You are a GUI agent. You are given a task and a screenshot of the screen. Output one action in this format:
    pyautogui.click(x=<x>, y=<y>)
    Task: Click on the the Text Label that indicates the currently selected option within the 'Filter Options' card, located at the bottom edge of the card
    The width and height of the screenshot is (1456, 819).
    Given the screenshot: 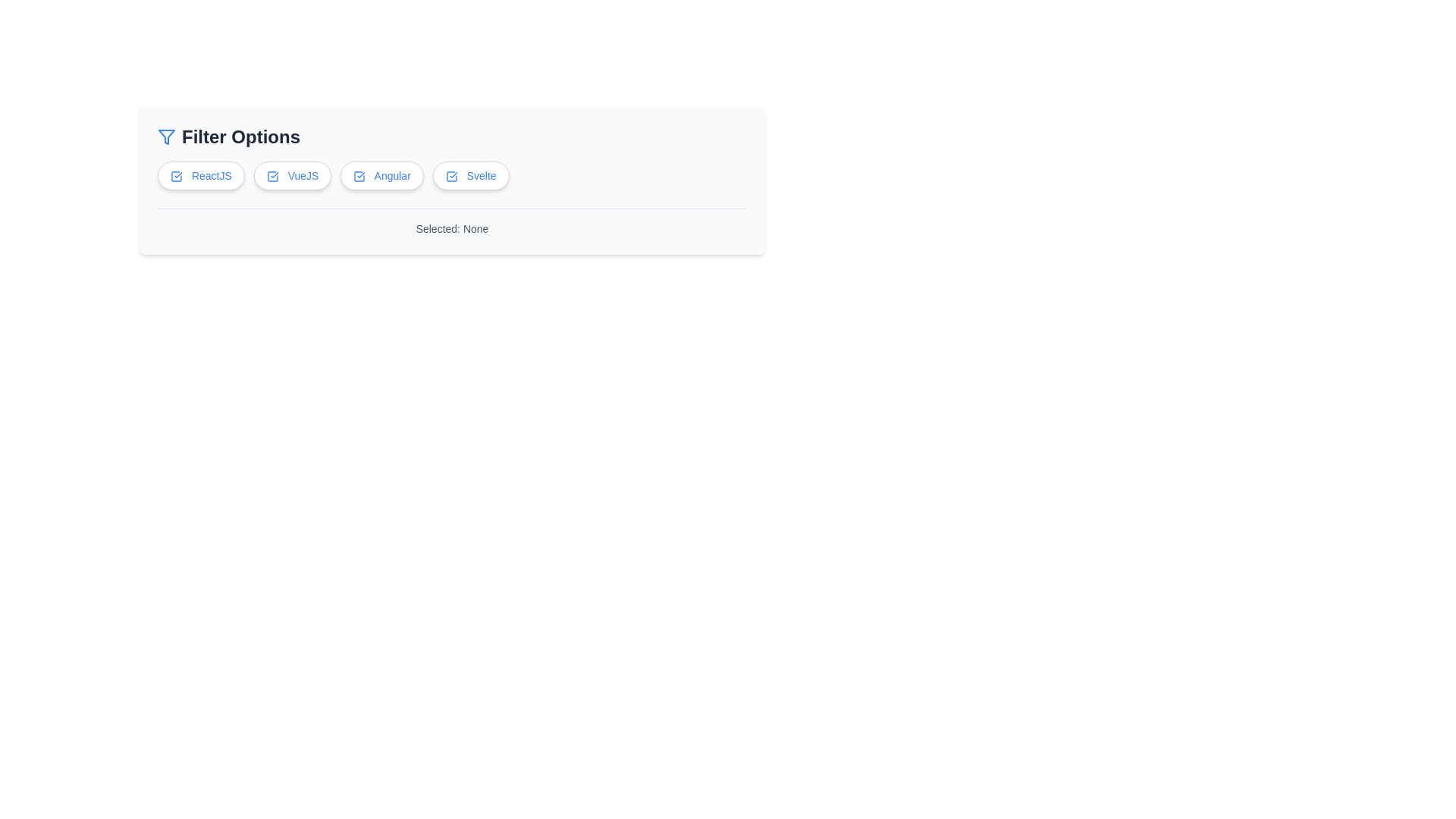 What is the action you would take?
    pyautogui.click(x=451, y=222)
    